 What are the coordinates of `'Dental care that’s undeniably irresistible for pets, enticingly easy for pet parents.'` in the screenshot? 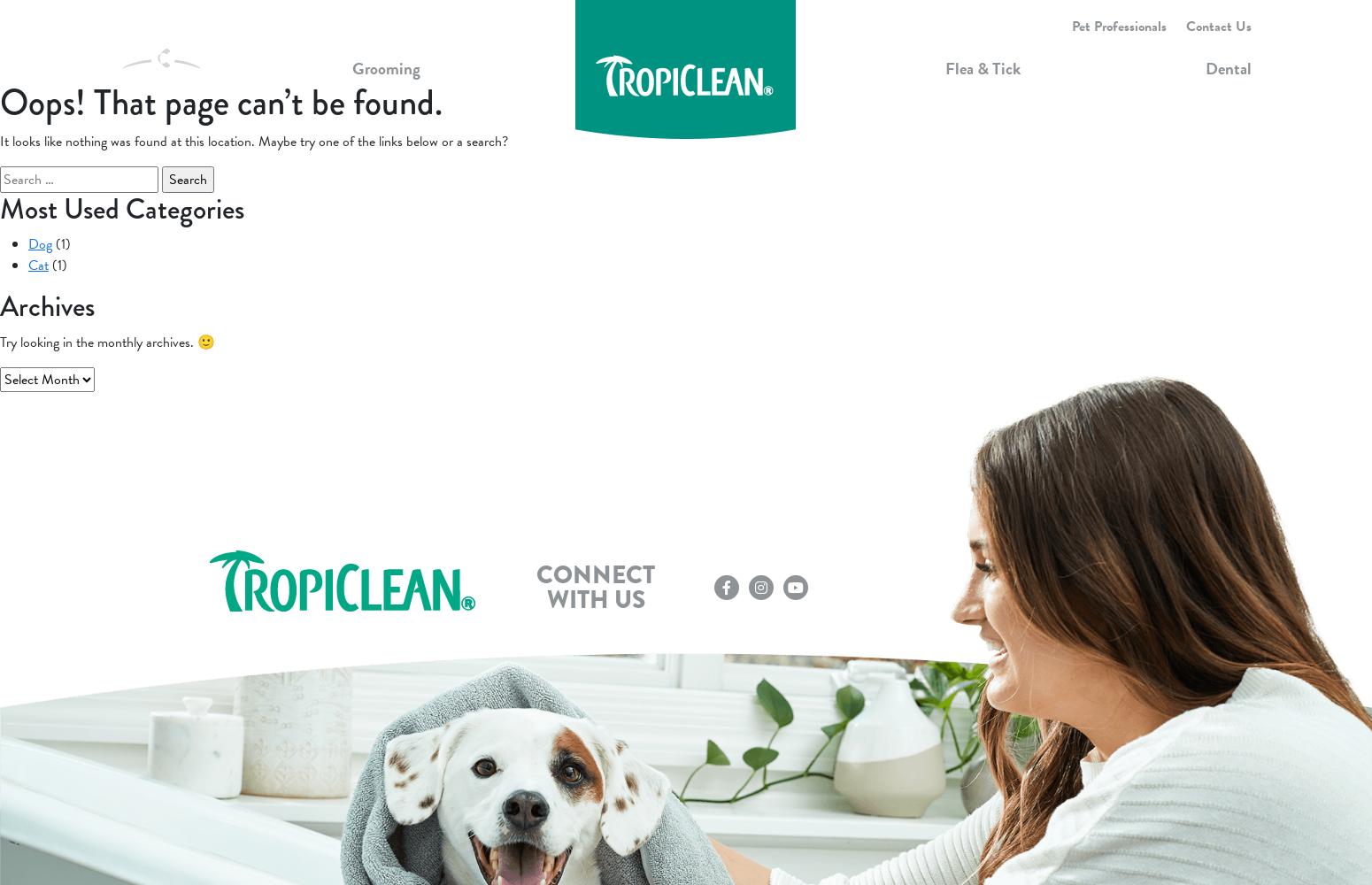 It's located at (875, 270).